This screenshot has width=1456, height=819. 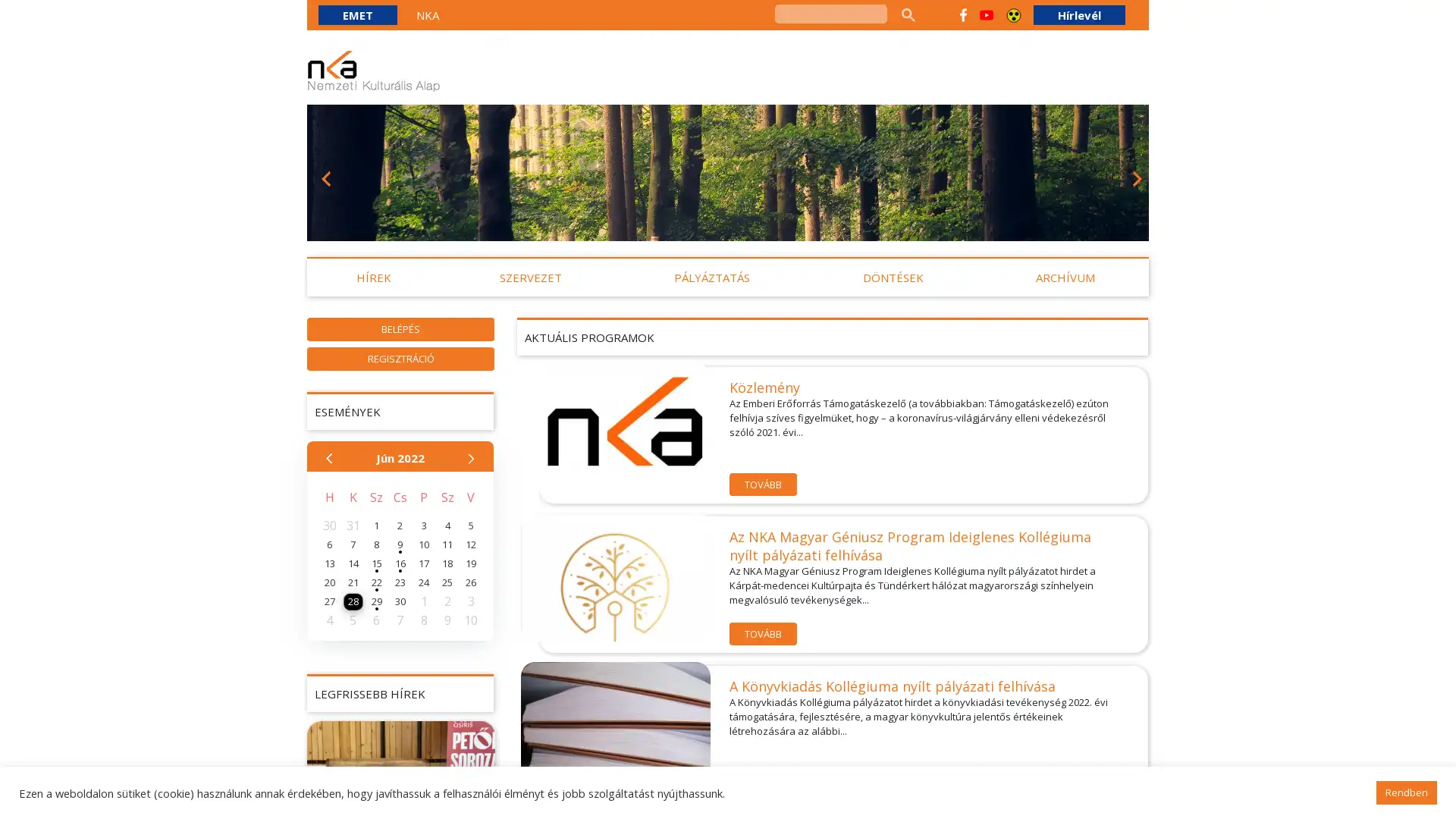 What do you see at coordinates (1405, 792) in the screenshot?
I see `Rendben` at bounding box center [1405, 792].